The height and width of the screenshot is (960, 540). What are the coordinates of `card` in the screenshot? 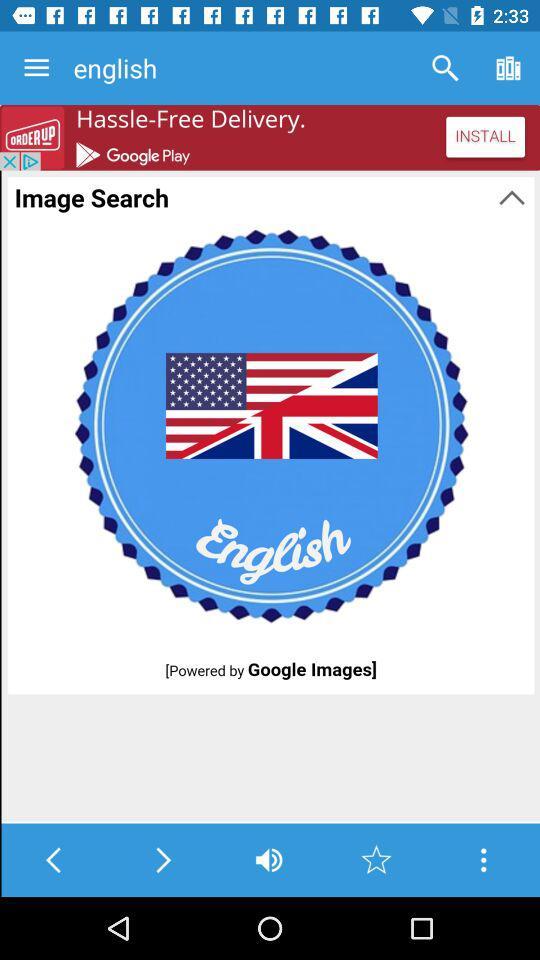 It's located at (482, 859).